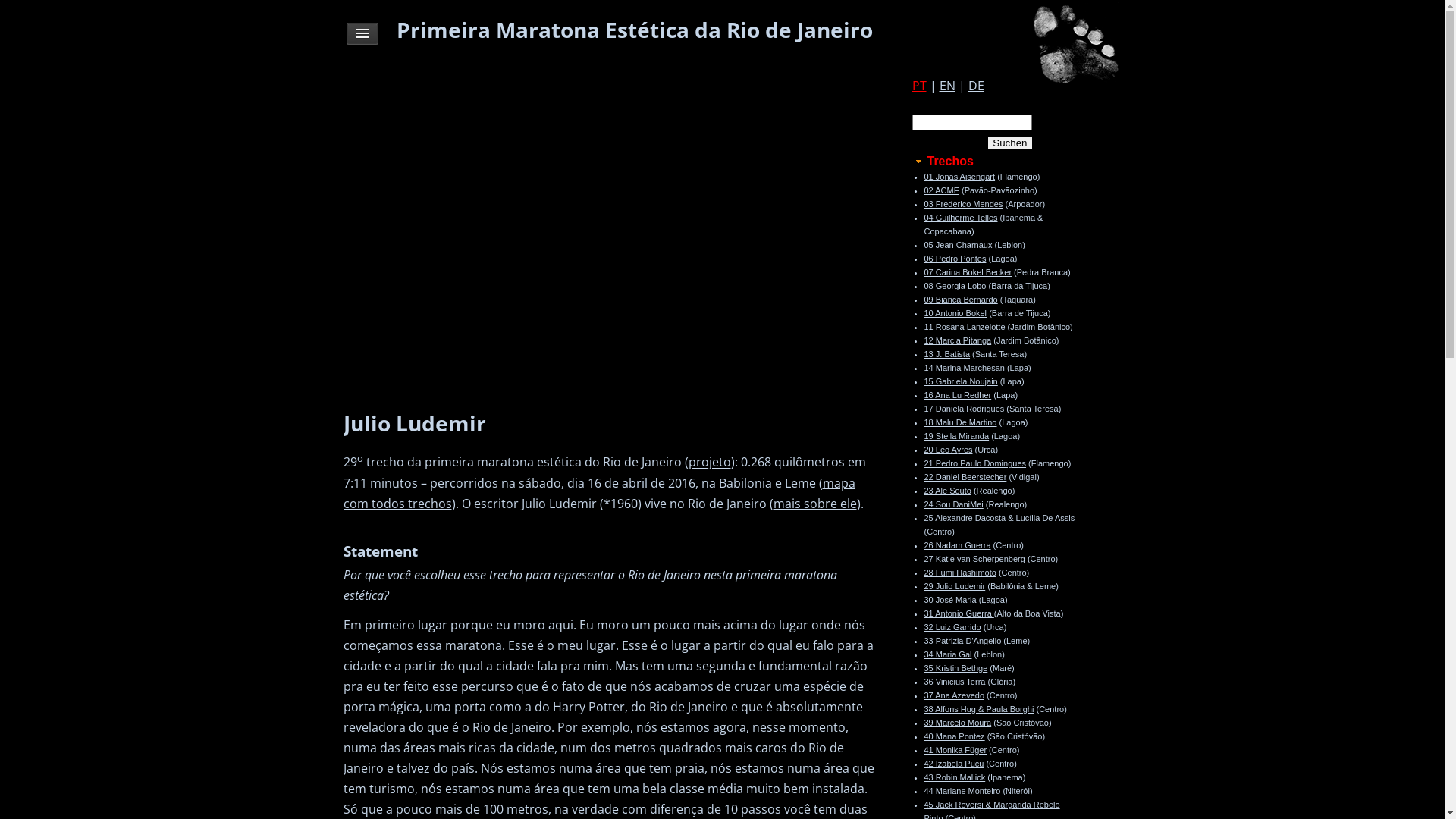  Describe the element at coordinates (963, 368) in the screenshot. I see `'14 Marina Marchesan'` at that location.